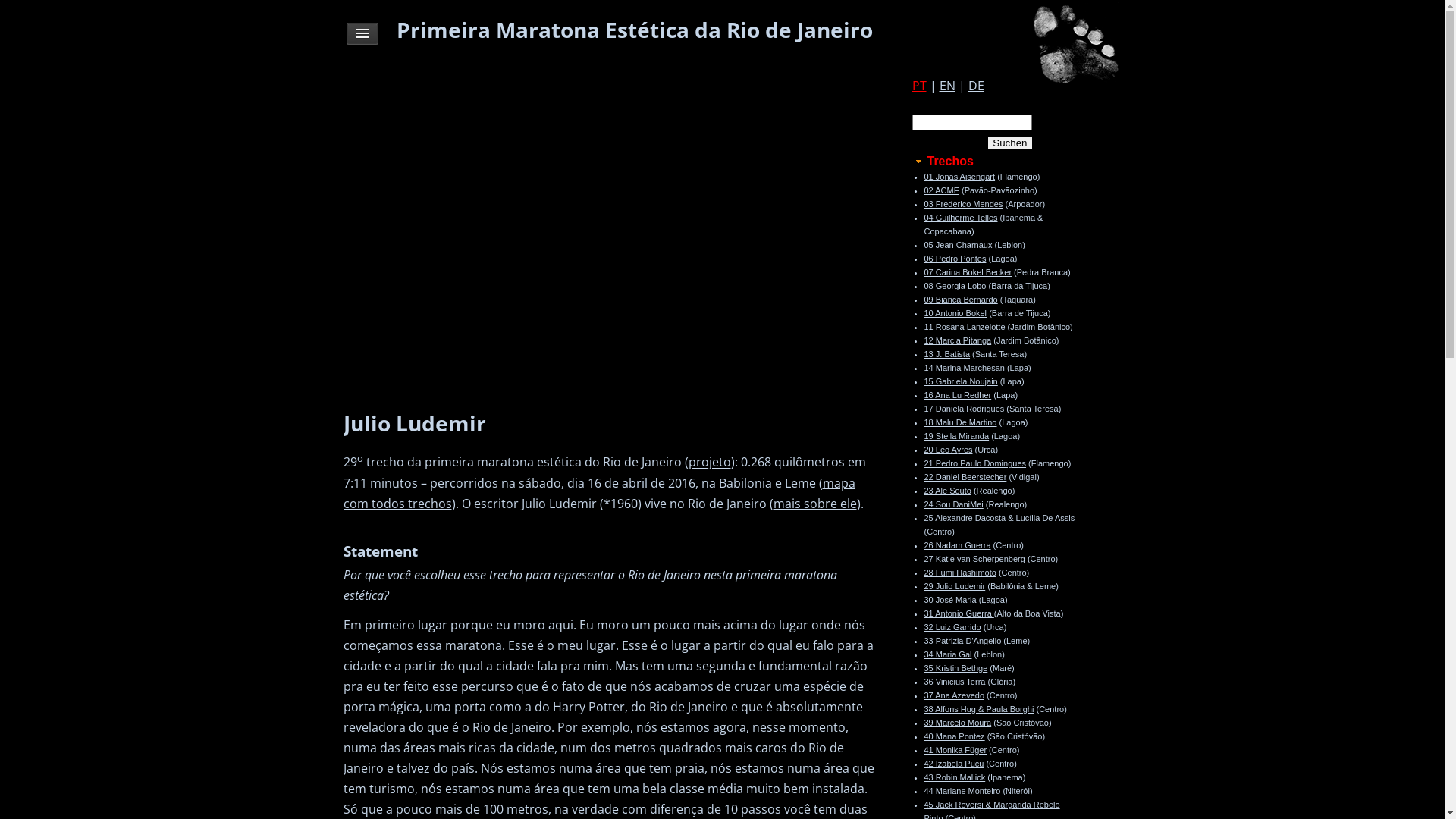  Describe the element at coordinates (963, 368) in the screenshot. I see `'14 Marina Marchesan'` at that location.